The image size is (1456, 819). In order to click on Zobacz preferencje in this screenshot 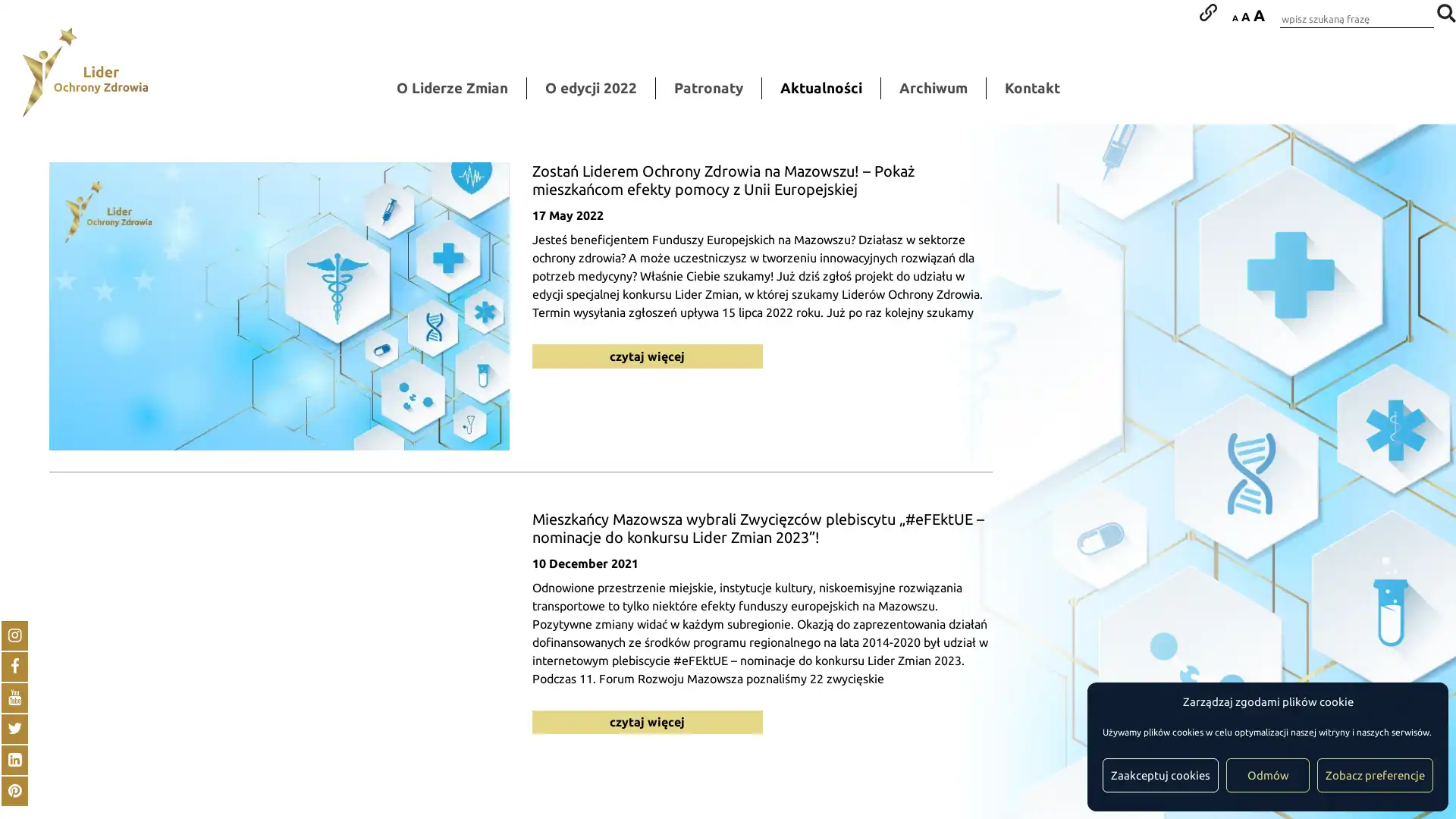, I will do `click(1375, 775)`.